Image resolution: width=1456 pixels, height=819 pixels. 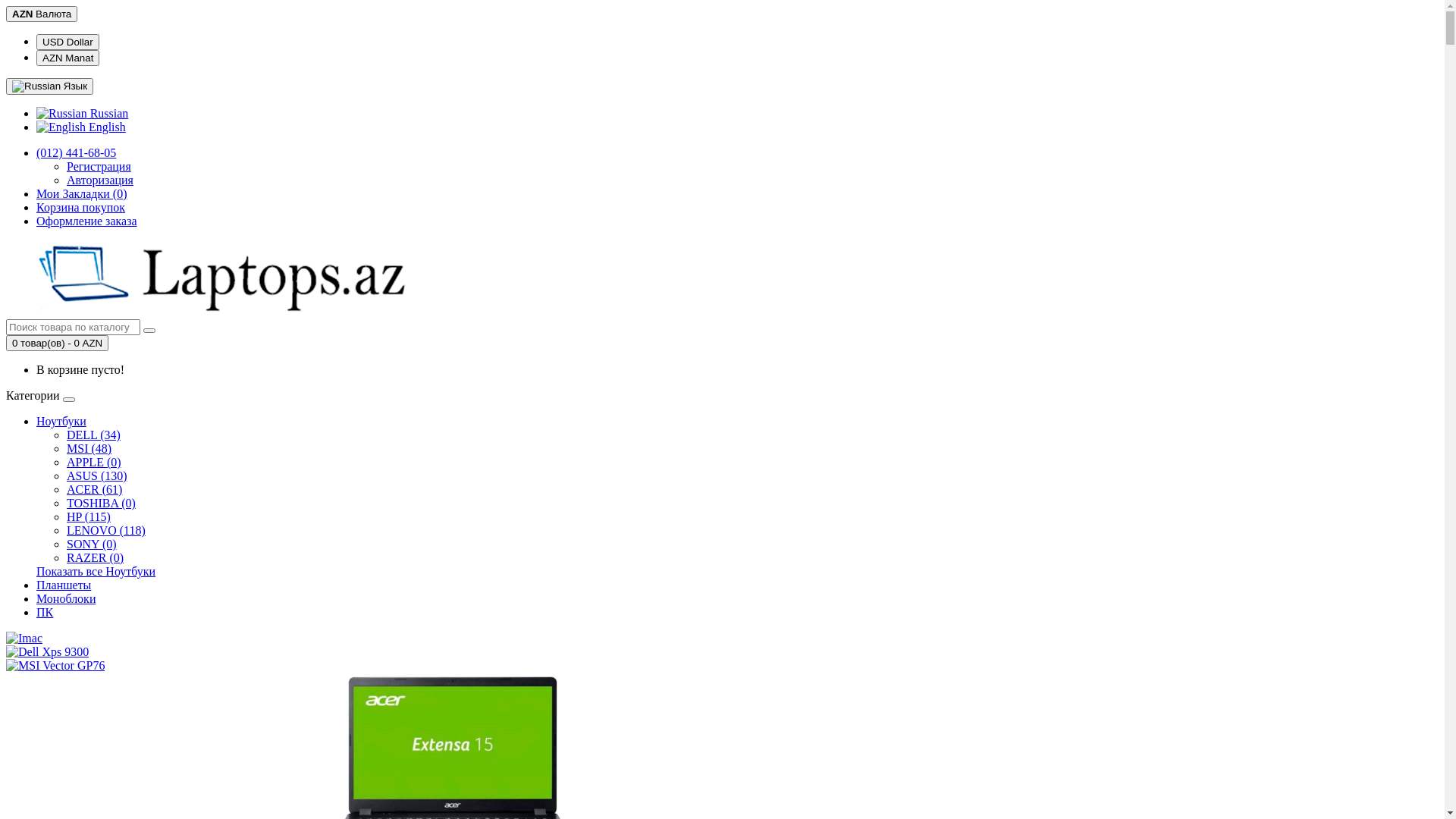 I want to click on 'RAZER (0)', so click(x=94, y=557).